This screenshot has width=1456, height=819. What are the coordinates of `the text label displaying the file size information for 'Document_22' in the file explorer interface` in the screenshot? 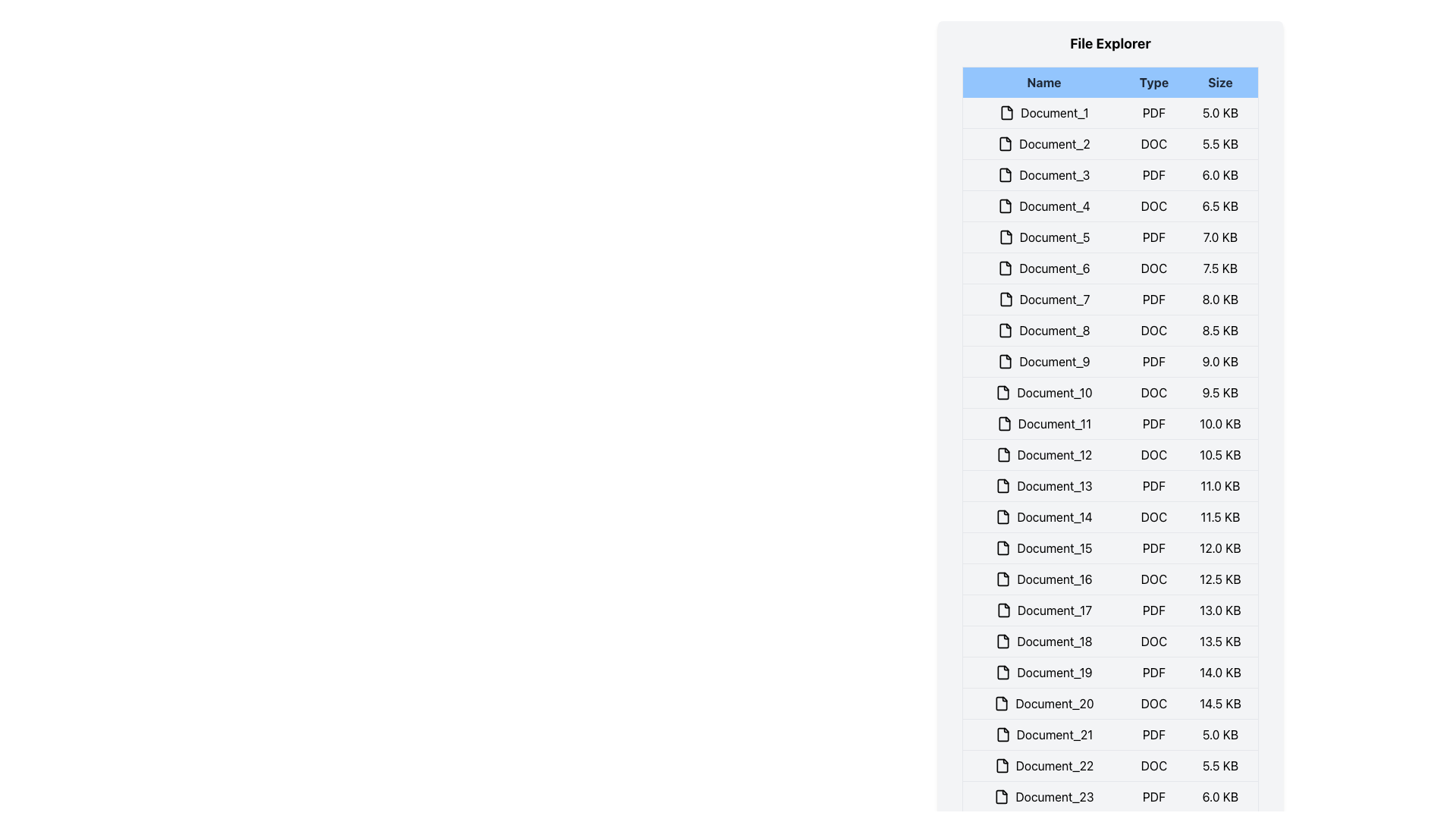 It's located at (1220, 766).